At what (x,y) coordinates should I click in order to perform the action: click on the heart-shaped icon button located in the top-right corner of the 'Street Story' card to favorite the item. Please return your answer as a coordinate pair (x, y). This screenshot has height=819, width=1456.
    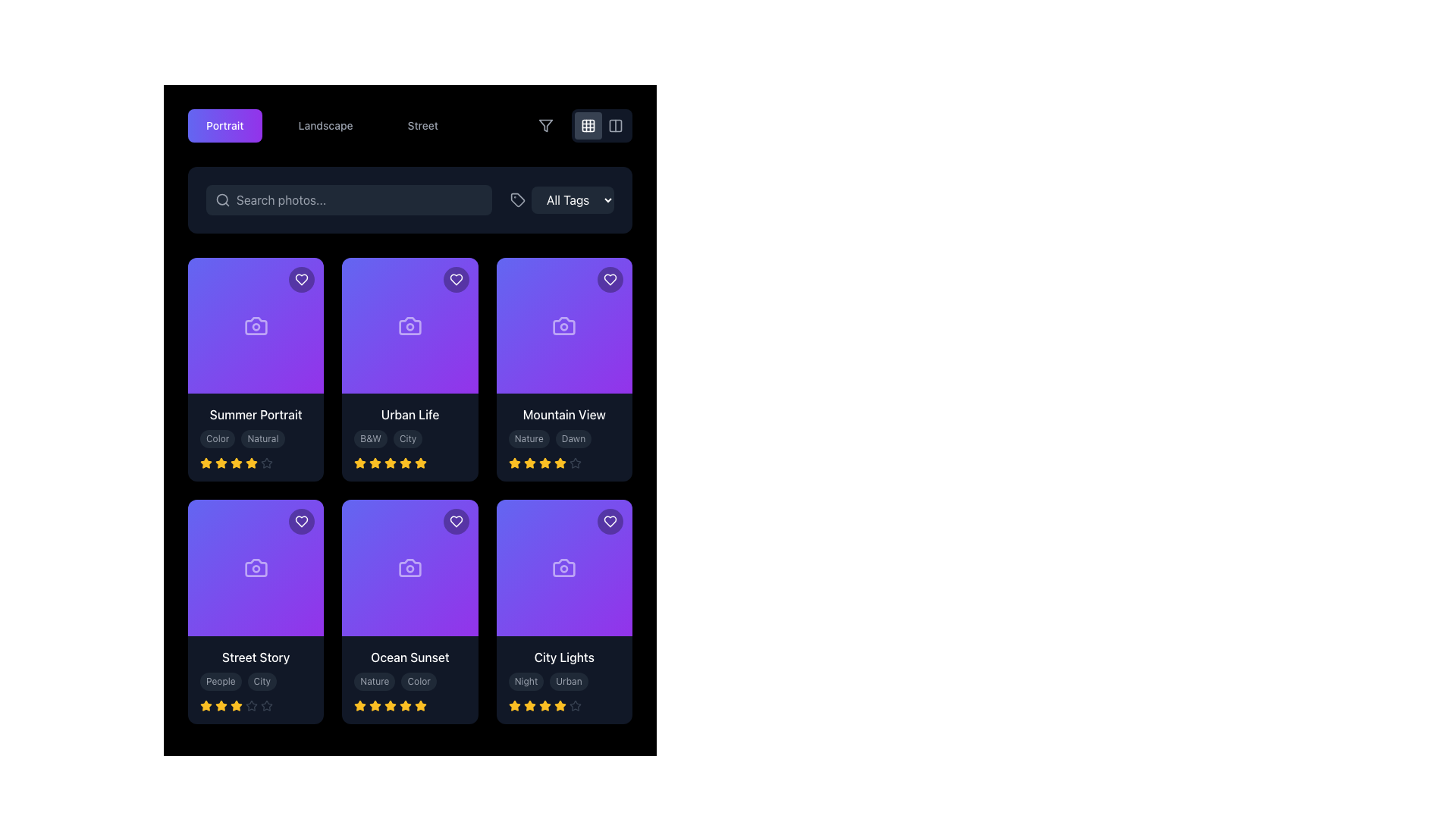
    Looking at the image, I should click on (302, 521).